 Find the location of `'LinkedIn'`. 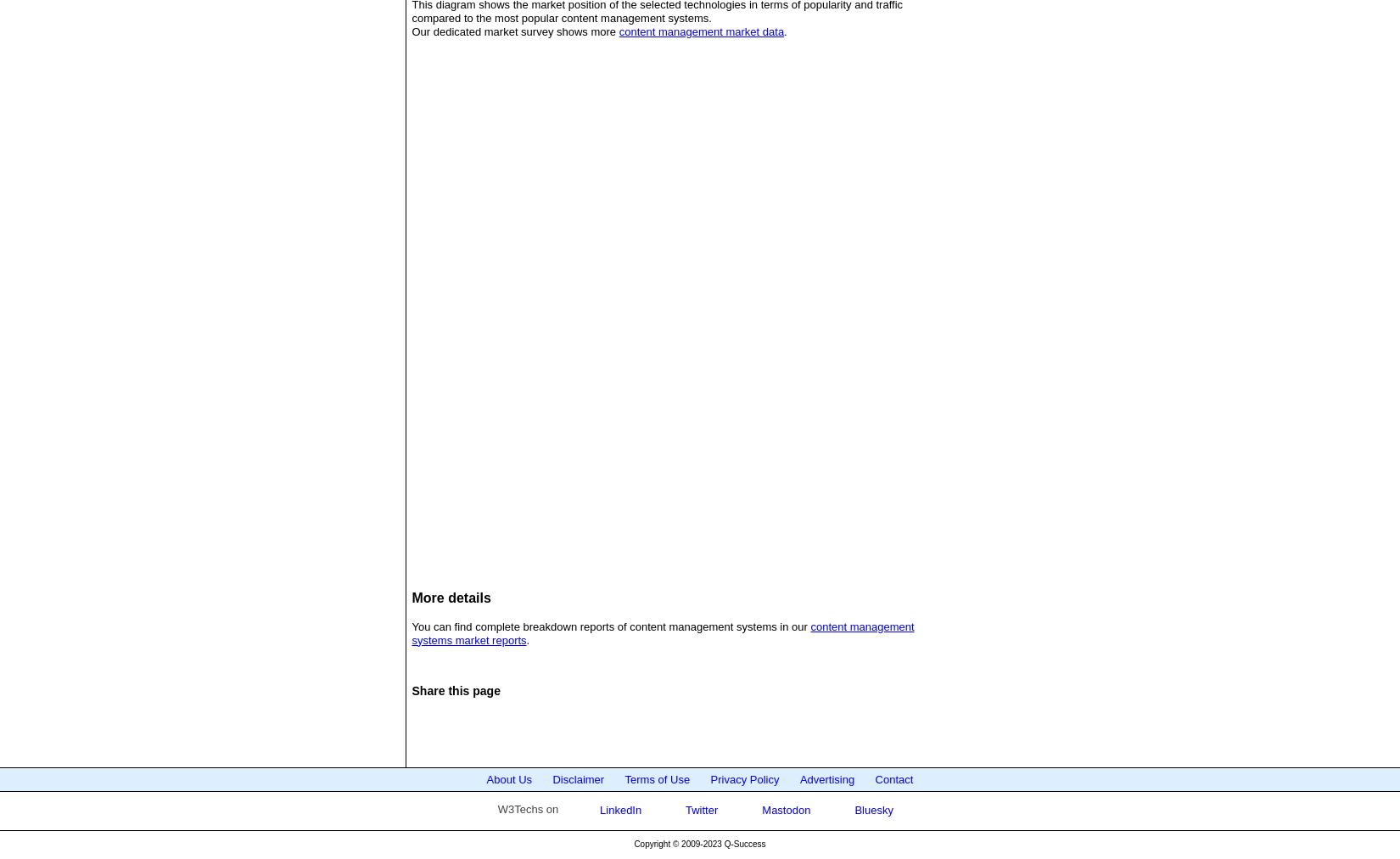

'LinkedIn' is located at coordinates (596, 809).